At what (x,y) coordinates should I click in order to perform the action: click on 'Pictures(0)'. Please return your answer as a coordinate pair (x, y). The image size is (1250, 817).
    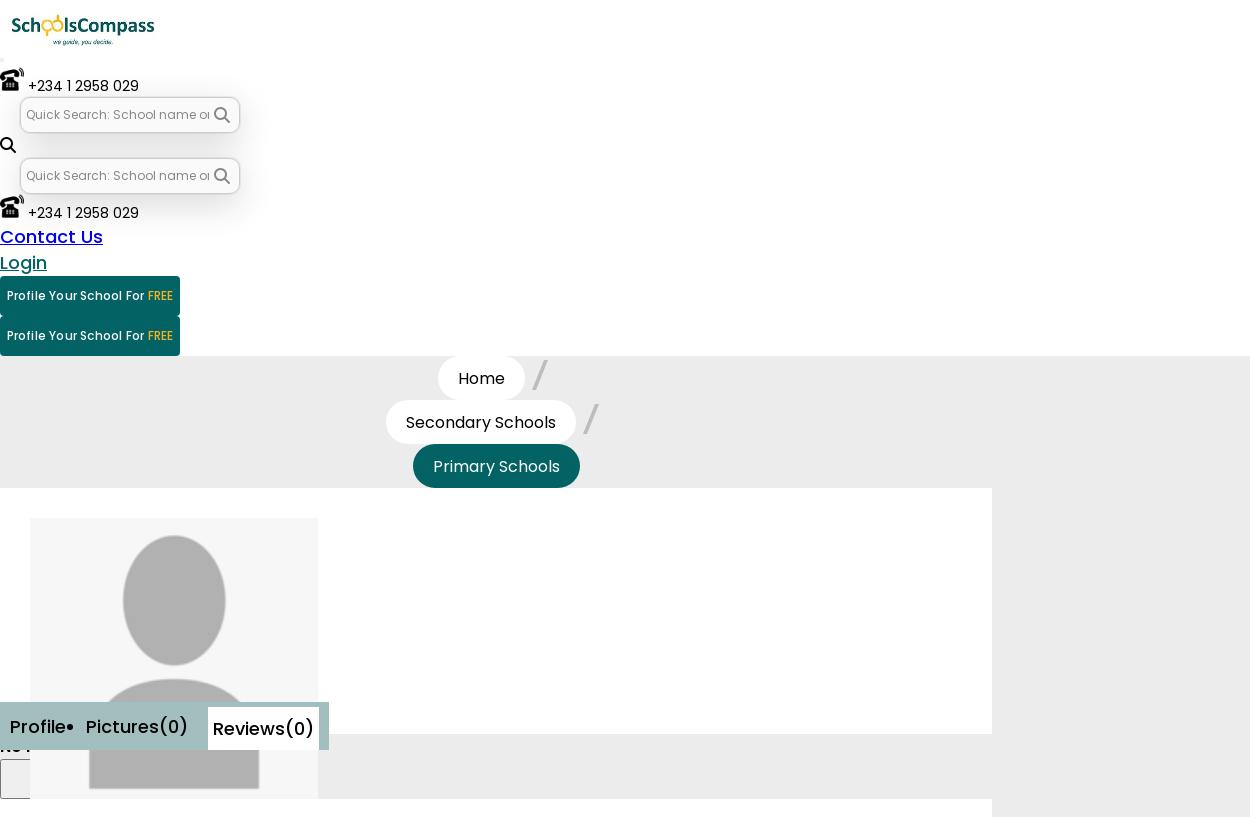
    Looking at the image, I should click on (137, 724).